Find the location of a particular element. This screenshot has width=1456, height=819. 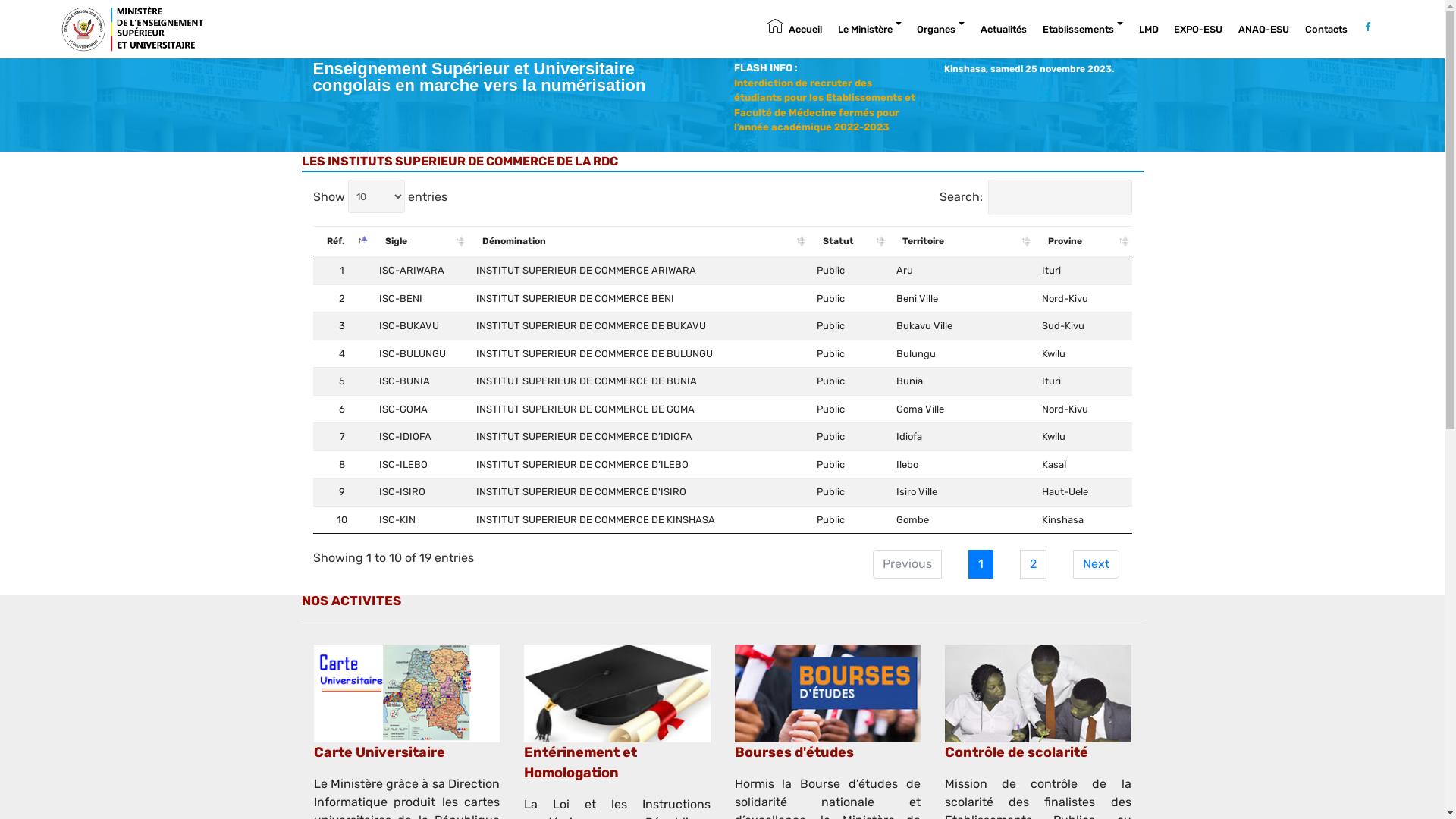

'Etablissements' is located at coordinates (1082, 29).